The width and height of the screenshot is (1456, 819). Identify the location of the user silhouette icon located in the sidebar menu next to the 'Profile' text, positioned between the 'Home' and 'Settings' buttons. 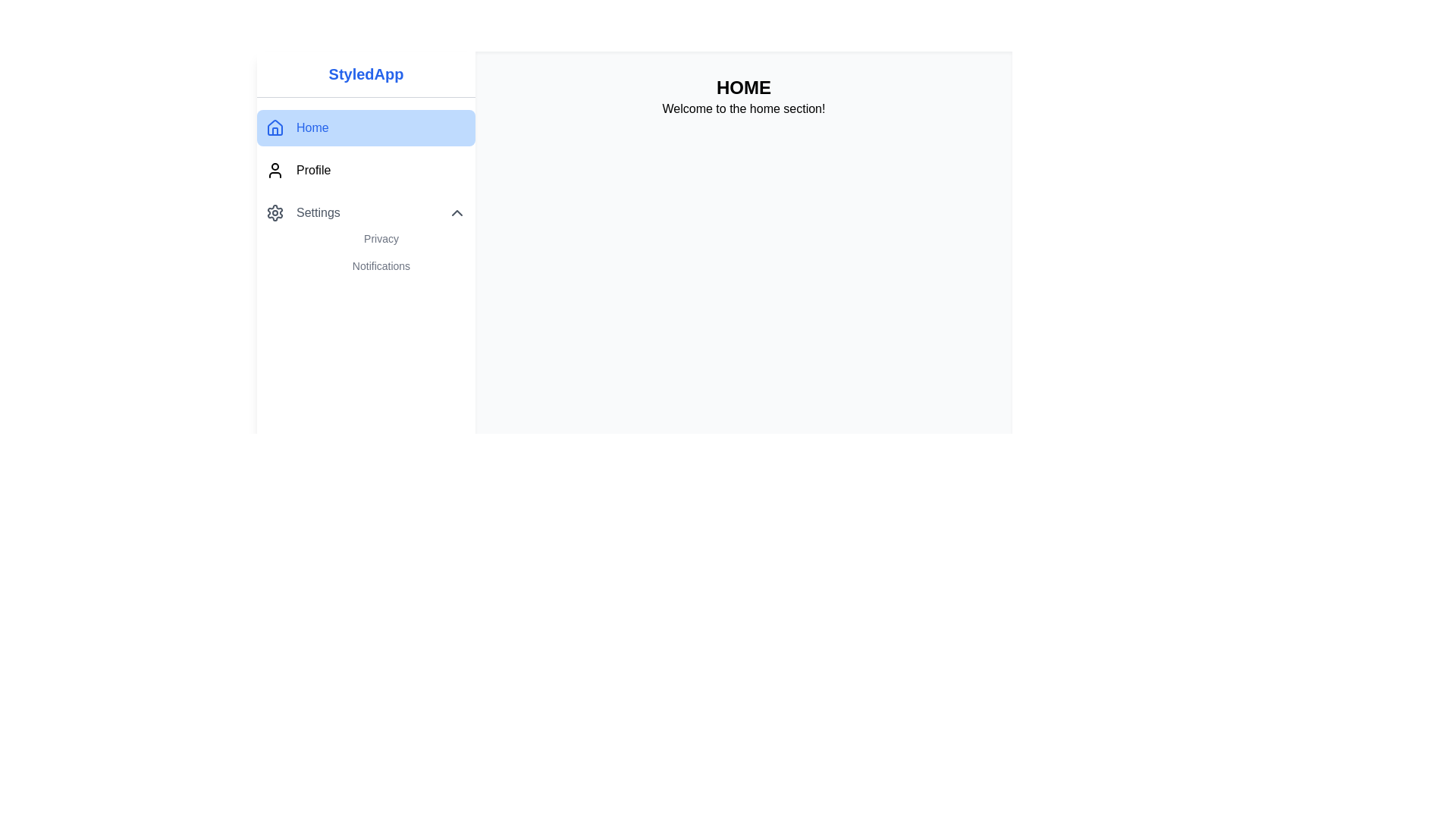
(275, 170).